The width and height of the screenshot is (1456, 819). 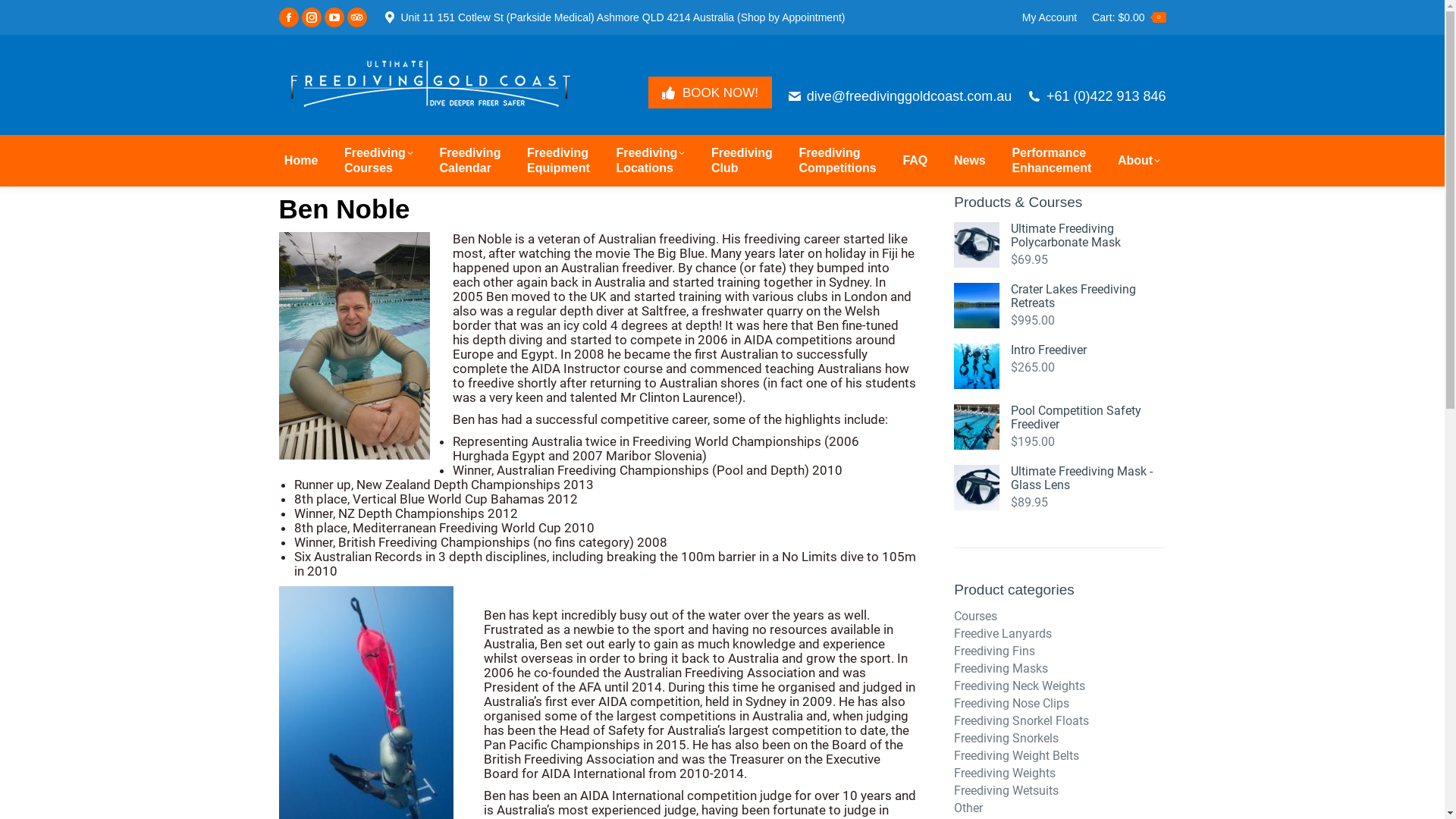 I want to click on 'My Account', so click(x=1048, y=17).